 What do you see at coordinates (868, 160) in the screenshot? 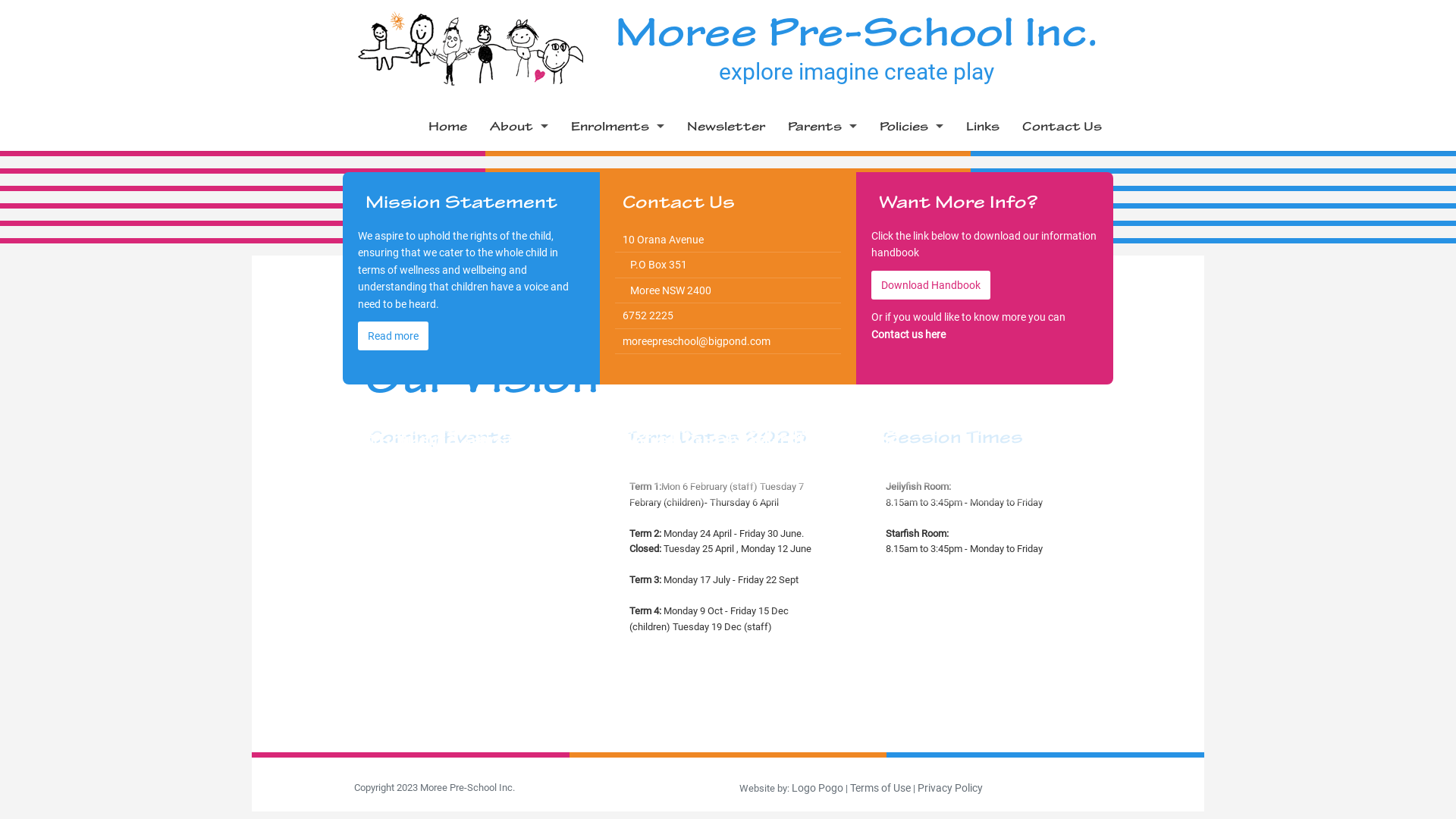
I see `'Grievance Policy'` at bounding box center [868, 160].